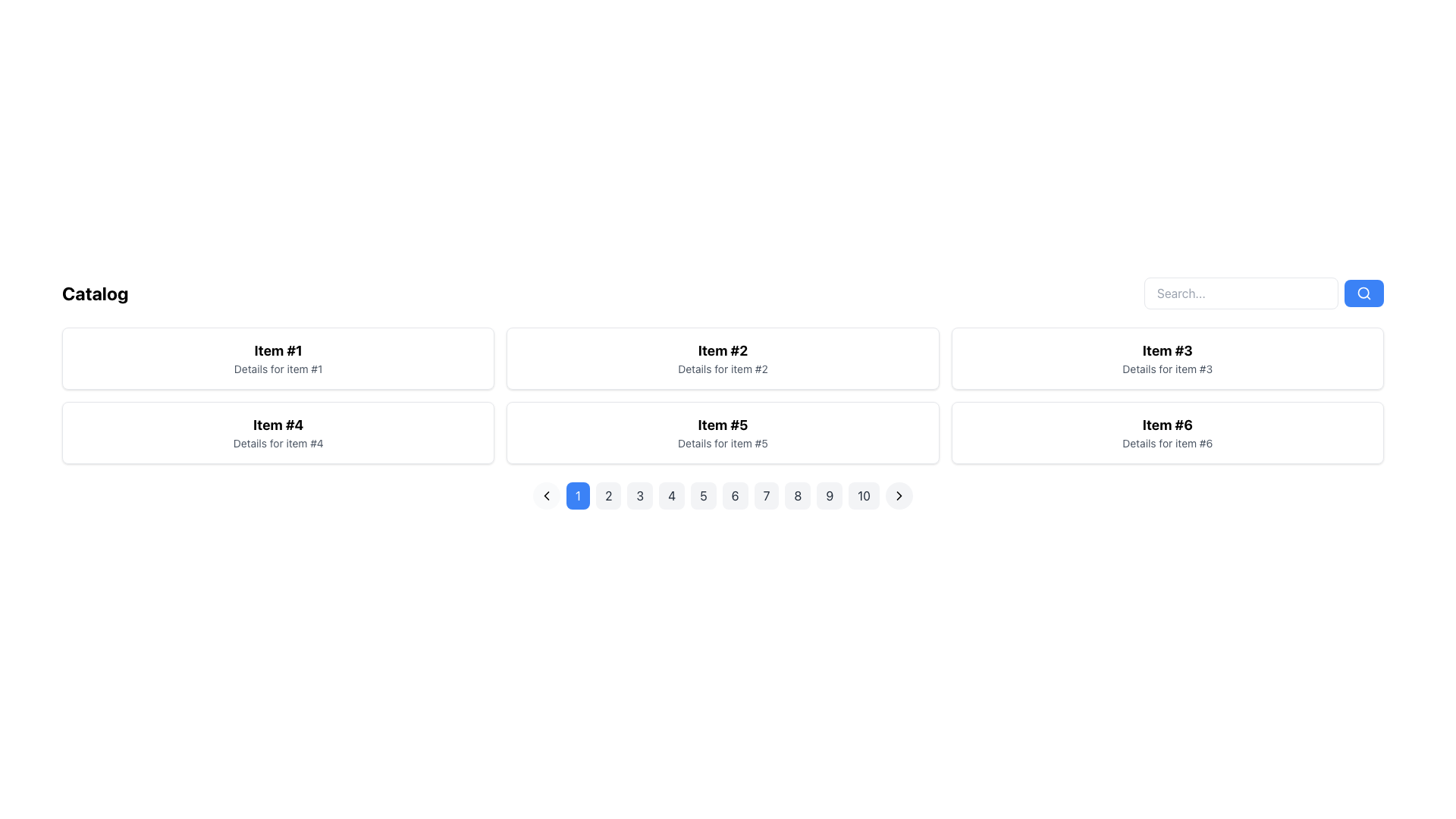  What do you see at coordinates (1263, 293) in the screenshot?
I see `the button in the composite UI component that allows users` at bounding box center [1263, 293].